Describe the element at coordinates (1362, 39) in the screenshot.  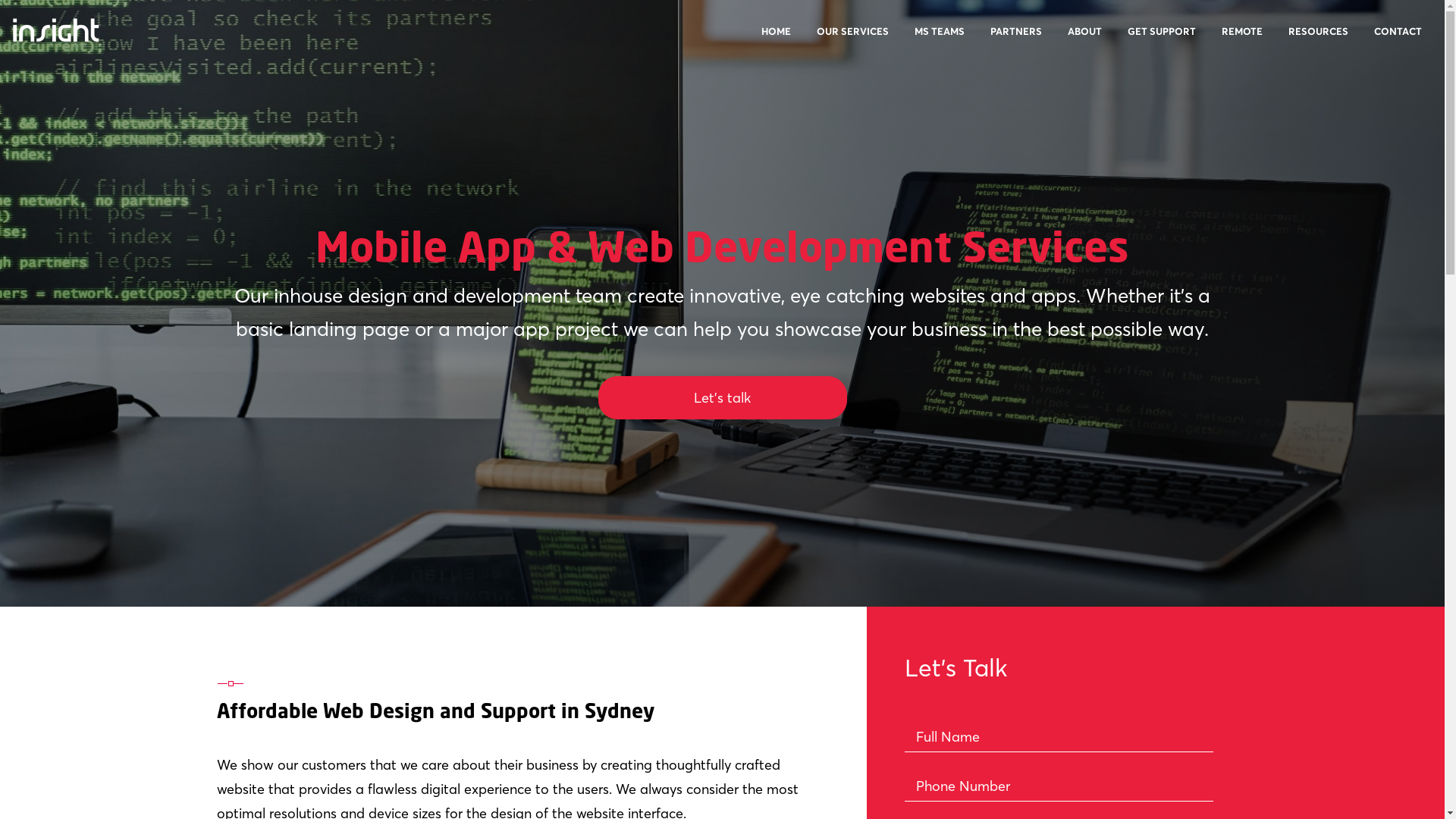
I see `'CONTACT'` at that location.